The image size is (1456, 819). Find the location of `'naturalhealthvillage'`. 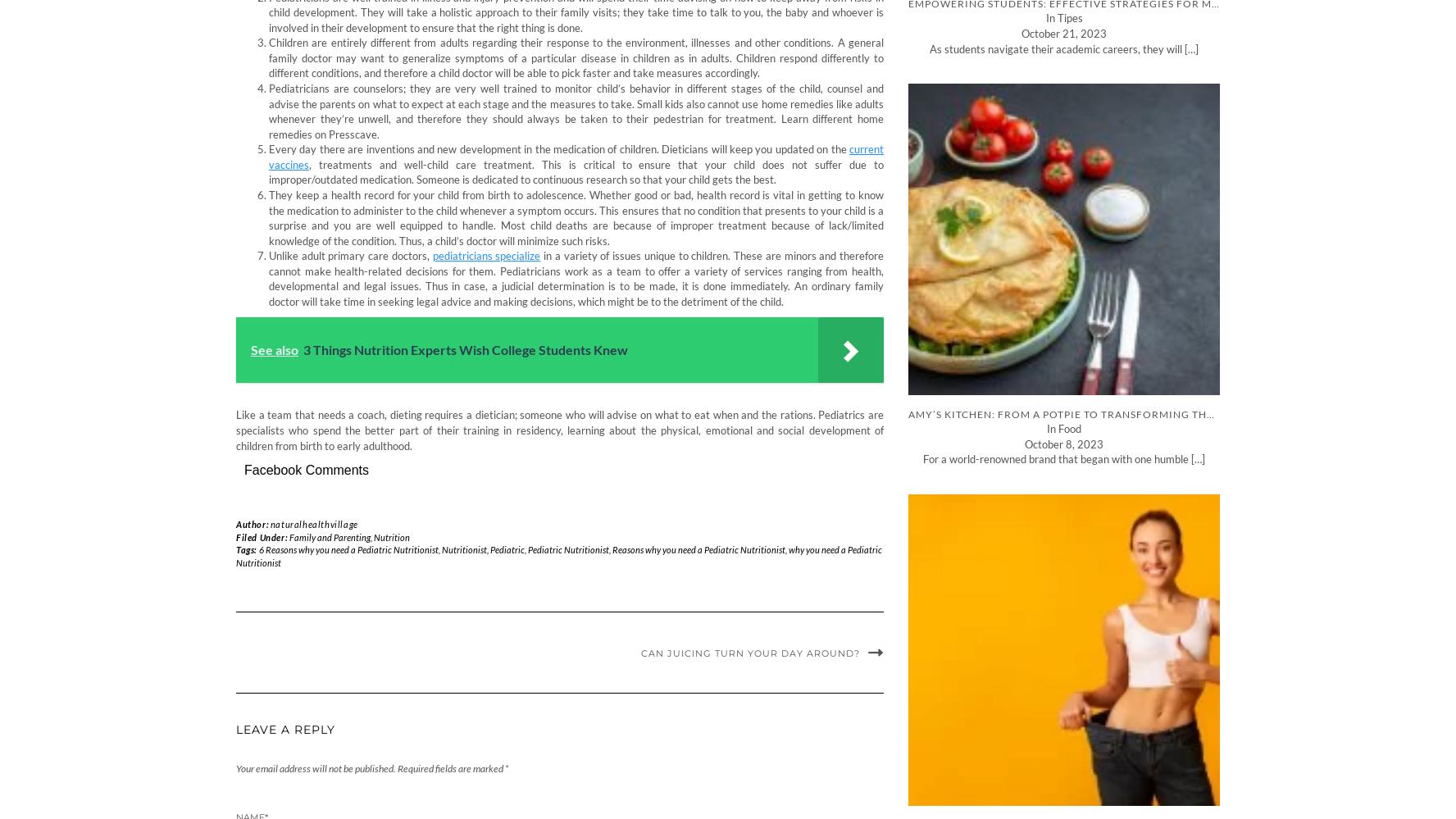

'naturalhealthvillage' is located at coordinates (313, 522).